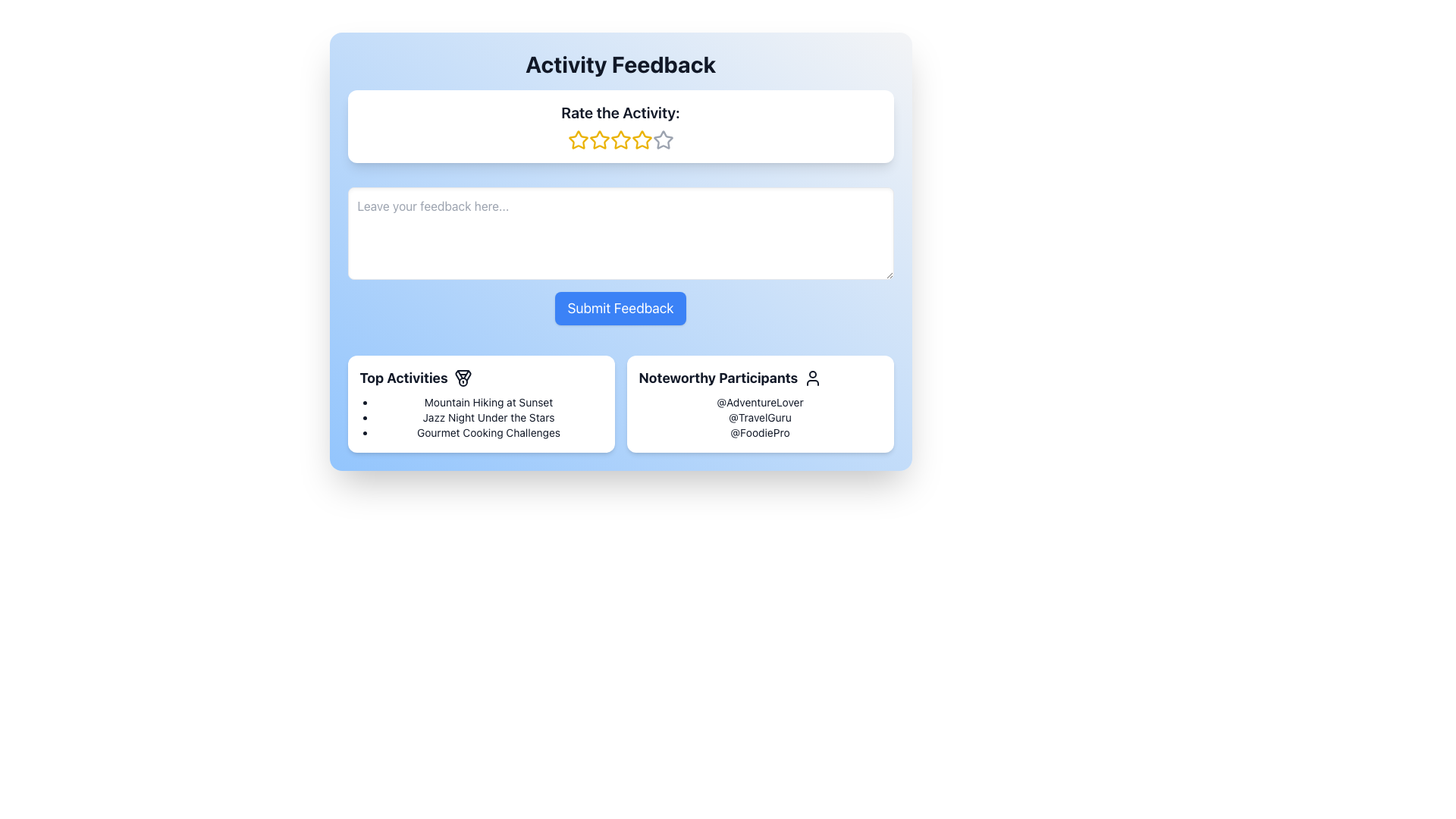 The width and height of the screenshot is (1456, 819). Describe the element at coordinates (620, 308) in the screenshot. I see `the 'Submit Feedback' button, which is a rectangular button with rounded corners, a blue background, and white text` at that location.